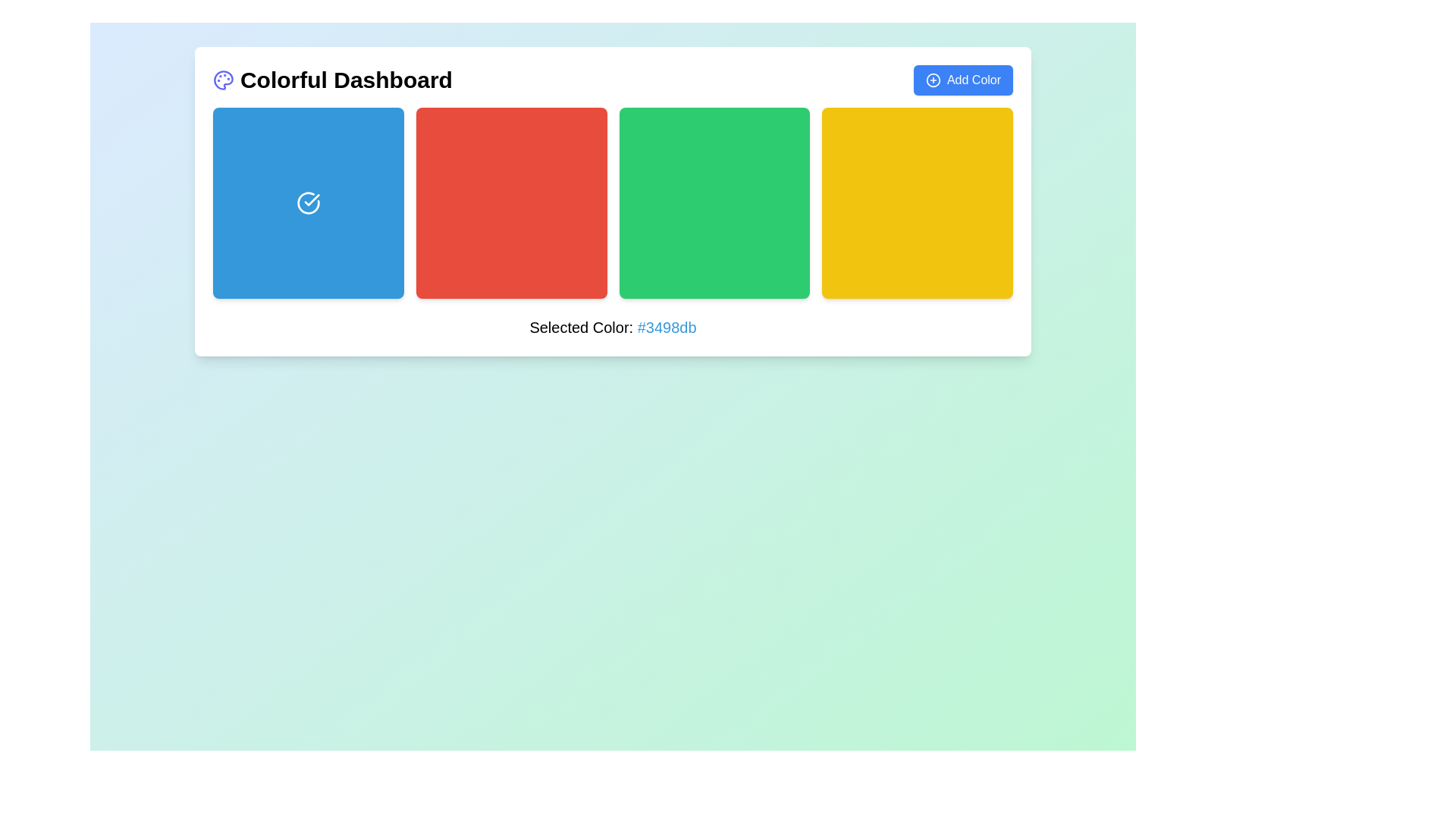 The image size is (1456, 819). Describe the element at coordinates (667, 326) in the screenshot. I see `color code displayed as '#3498db' in the stylized text component located under 'Selected Color:'` at that location.